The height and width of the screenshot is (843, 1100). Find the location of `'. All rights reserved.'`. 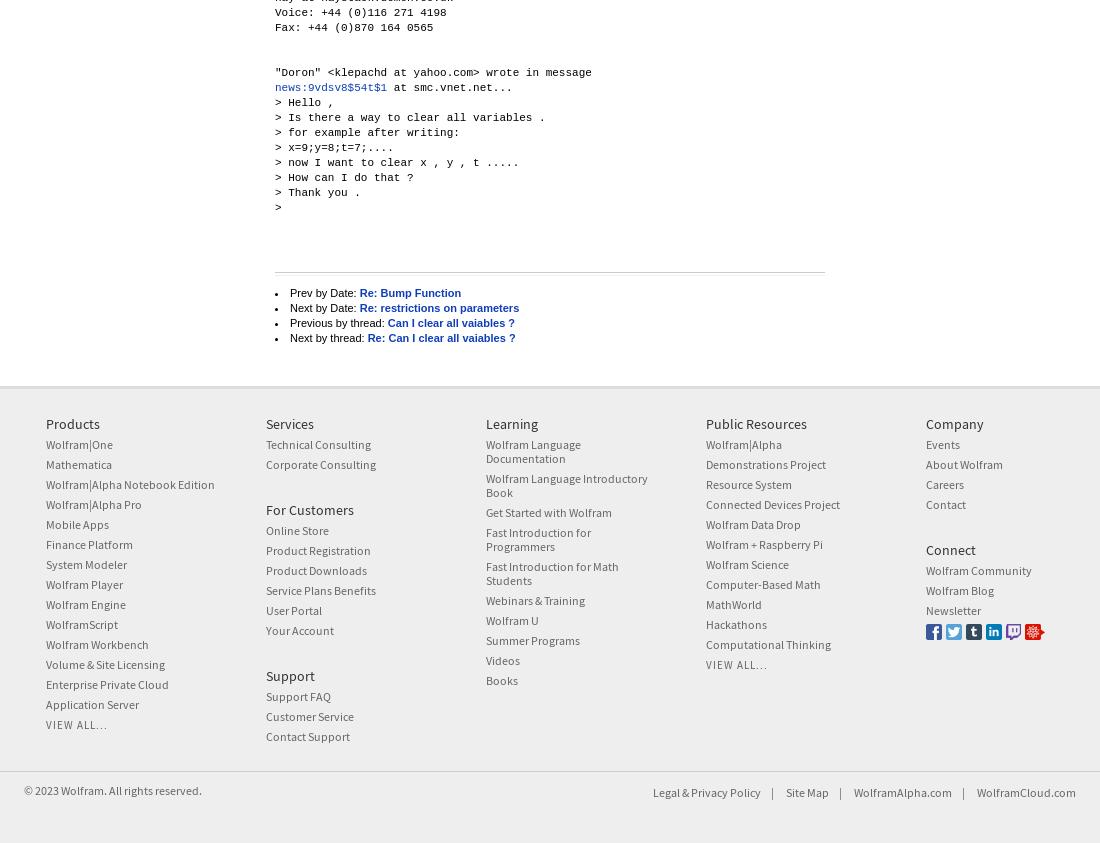

'. All rights reserved.' is located at coordinates (103, 790).